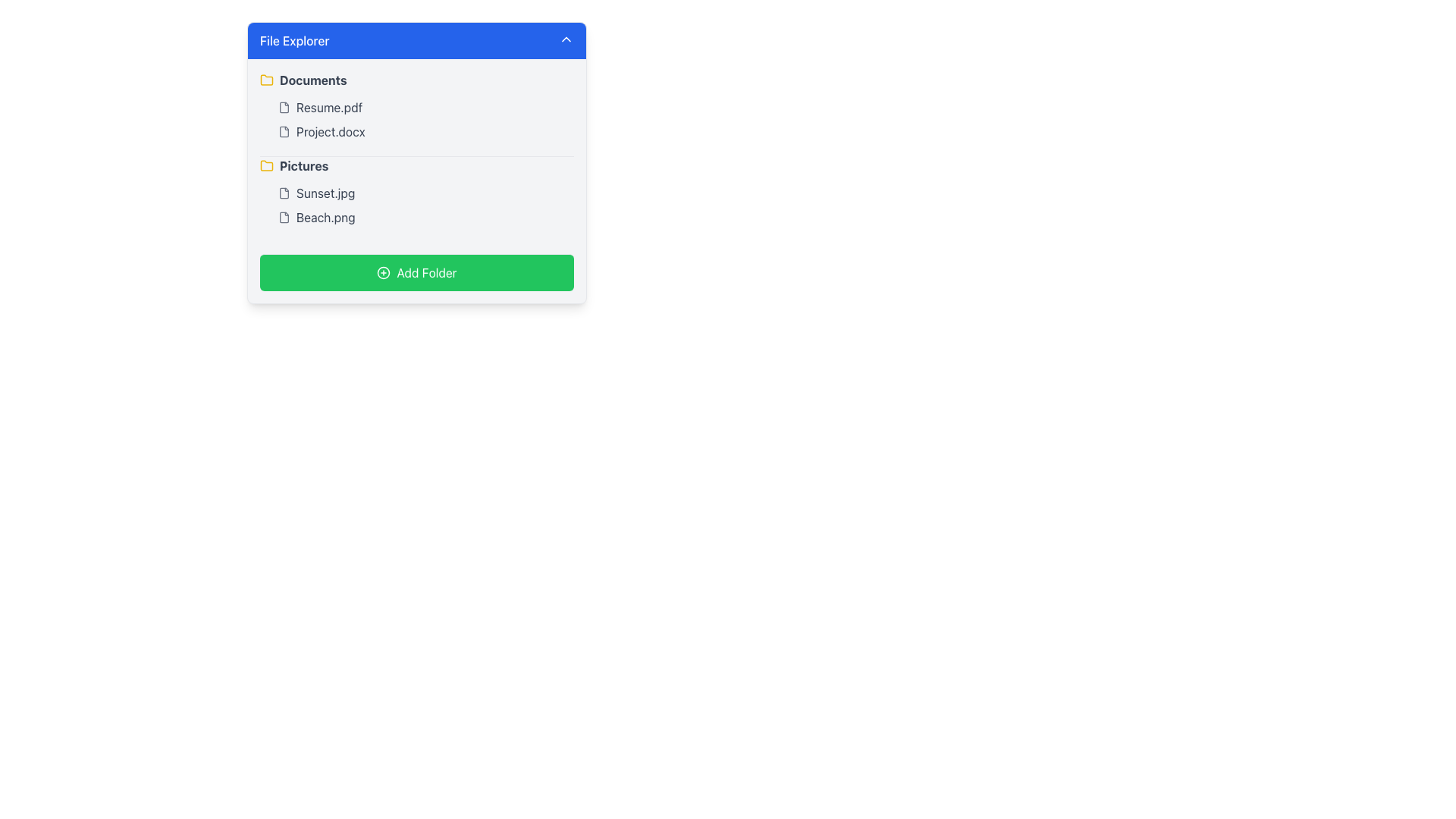  Describe the element at coordinates (303, 166) in the screenshot. I see `the 'Pictures' text label, which is styled in bold and darker gray, located in the middle section of the file explorer UI` at that location.